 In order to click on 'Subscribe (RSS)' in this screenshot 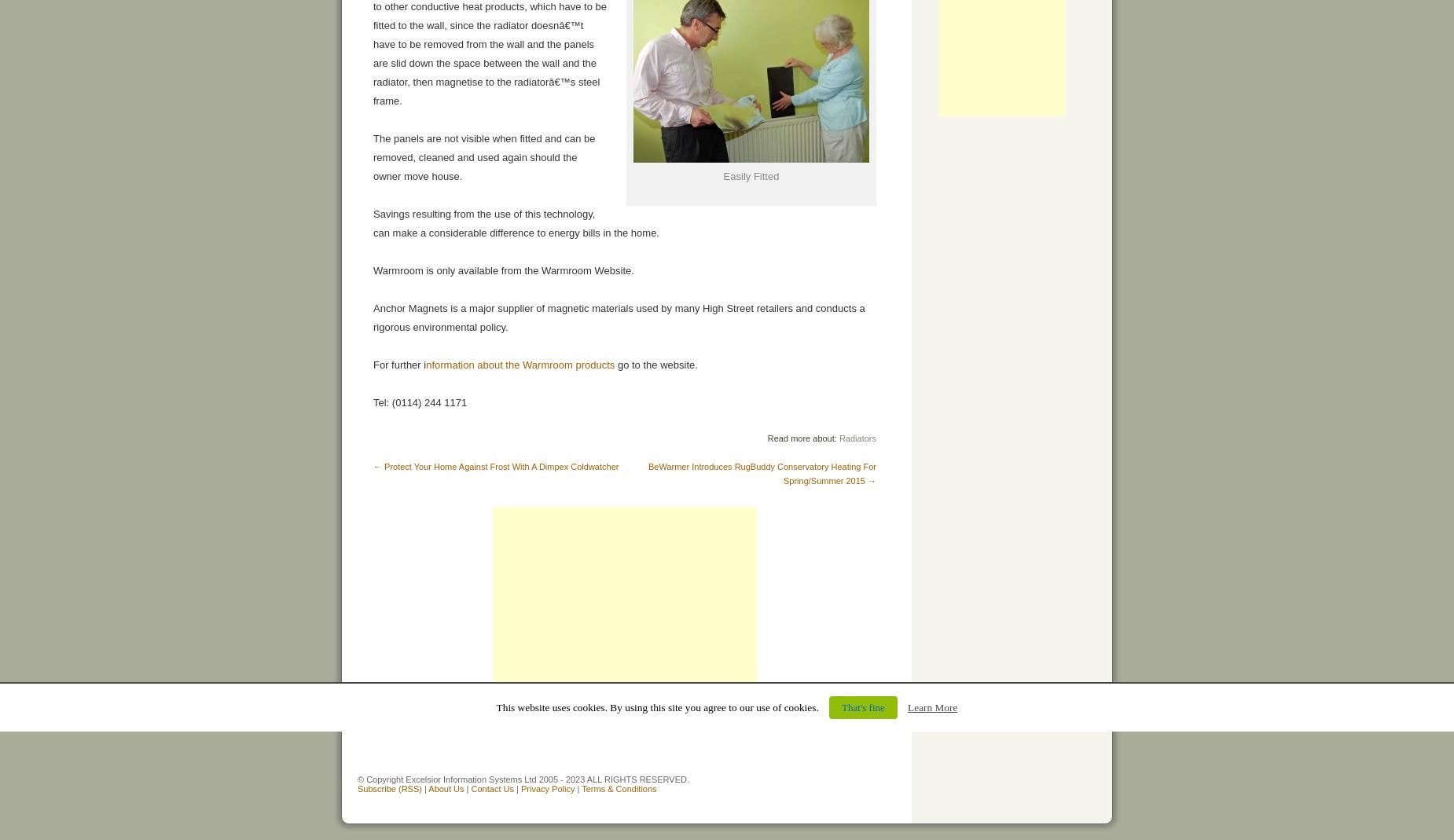, I will do `click(389, 789)`.